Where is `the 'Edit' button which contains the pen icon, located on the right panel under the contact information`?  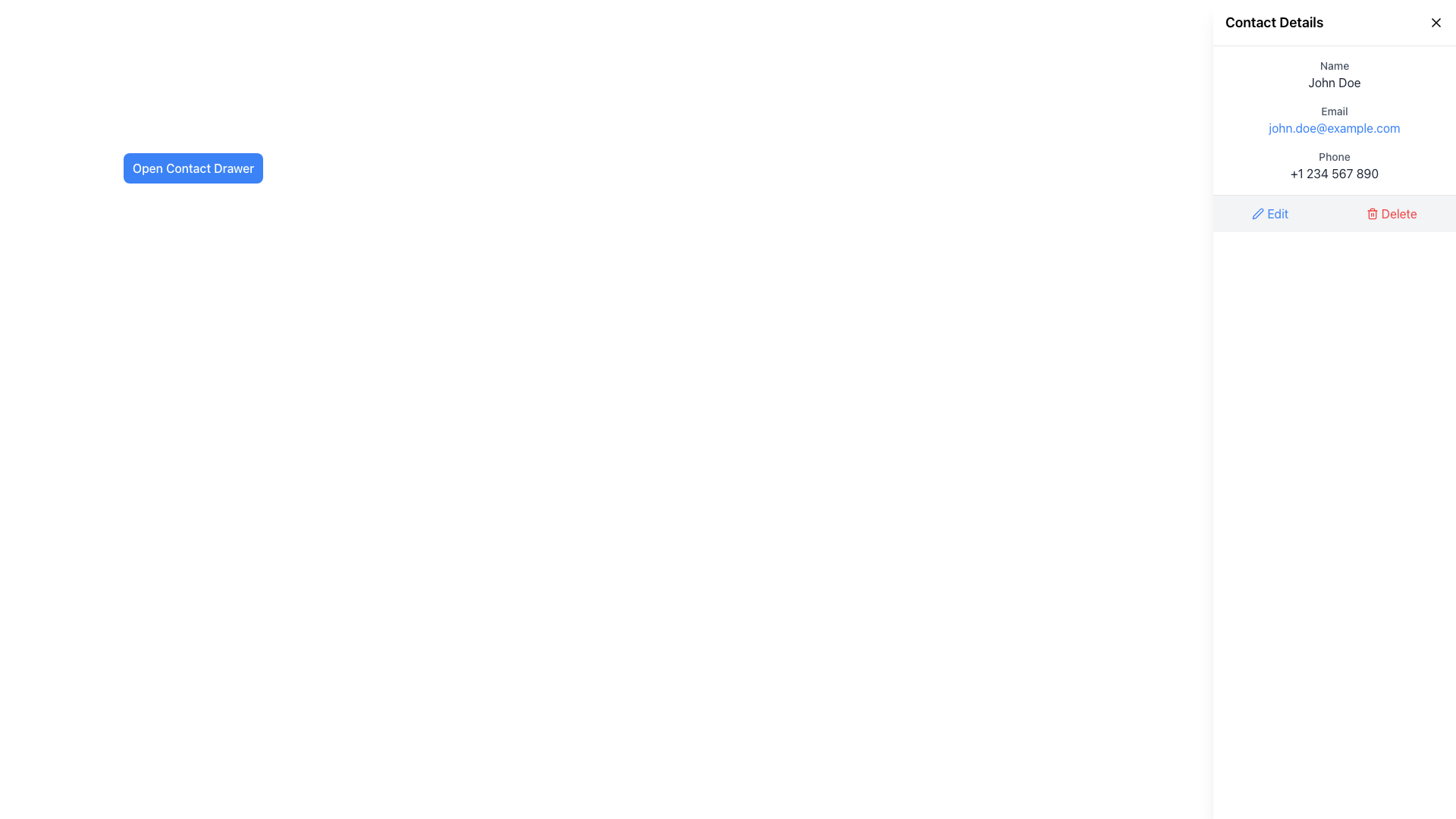
the 'Edit' button which contains the pen icon, located on the right panel under the contact information is located at coordinates (1258, 213).